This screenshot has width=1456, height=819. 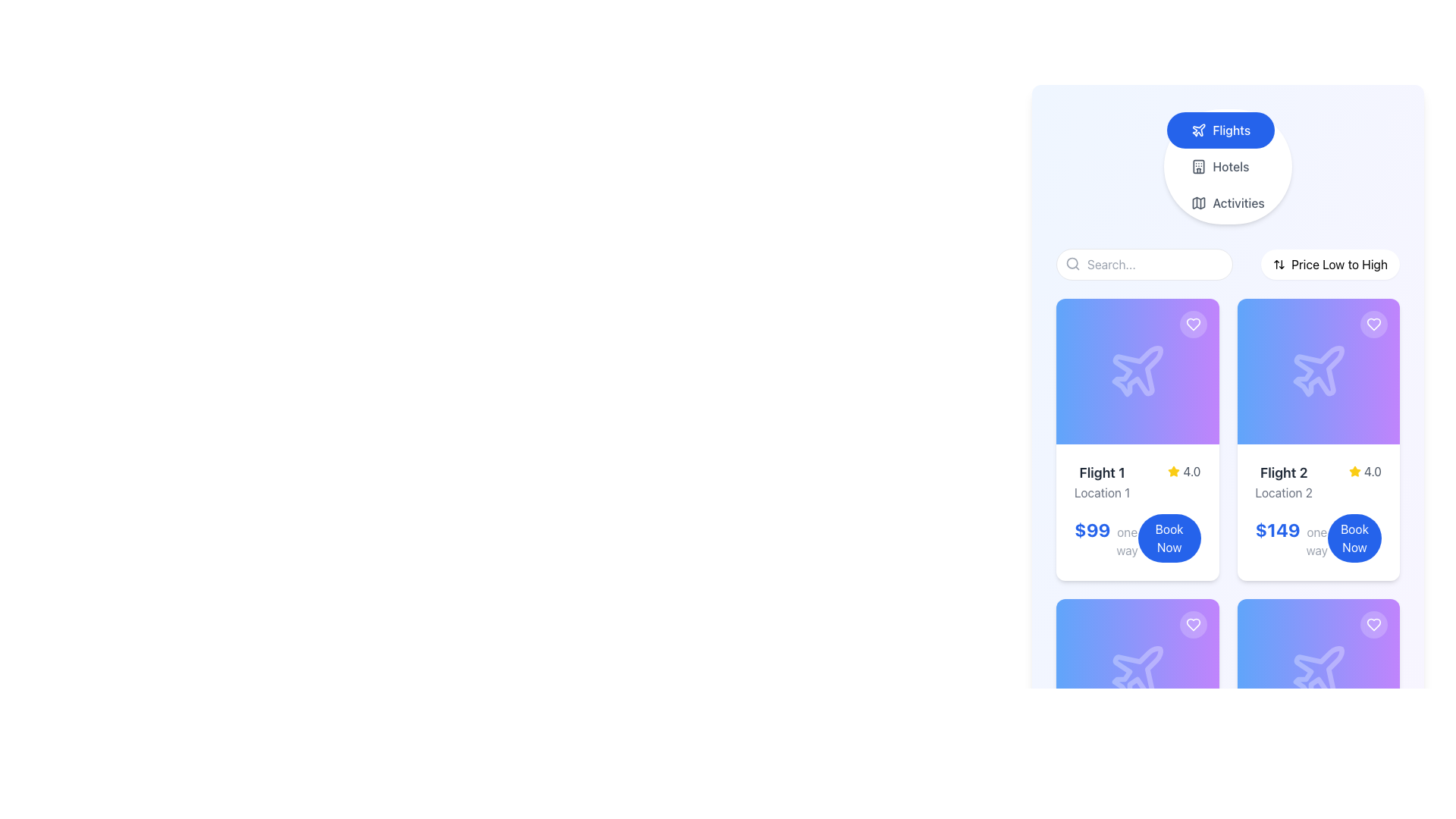 I want to click on the 'Hotels' button, which is the second option in a circular menu containing 'Flights', 'Hotels', and 'Activities', so click(x=1228, y=166).